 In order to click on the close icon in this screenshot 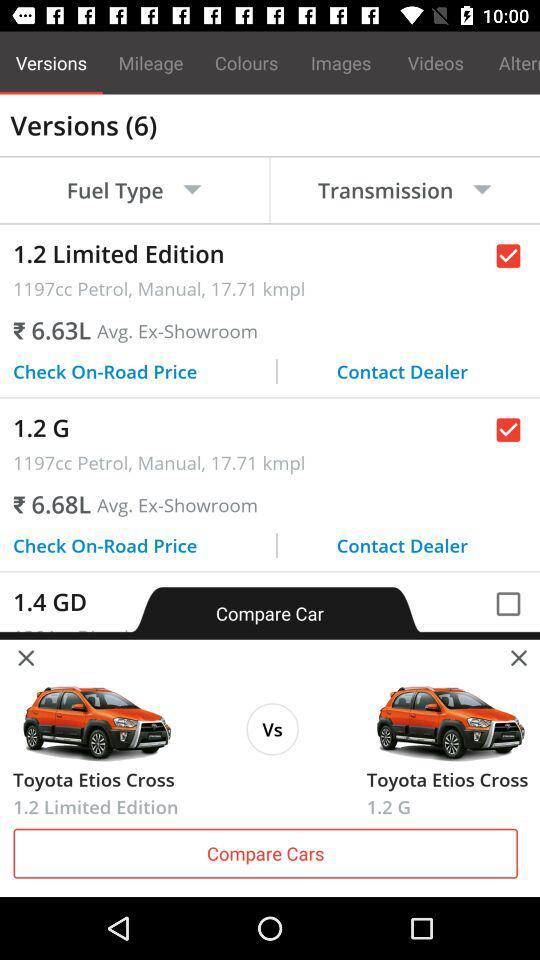, I will do `click(518, 655)`.